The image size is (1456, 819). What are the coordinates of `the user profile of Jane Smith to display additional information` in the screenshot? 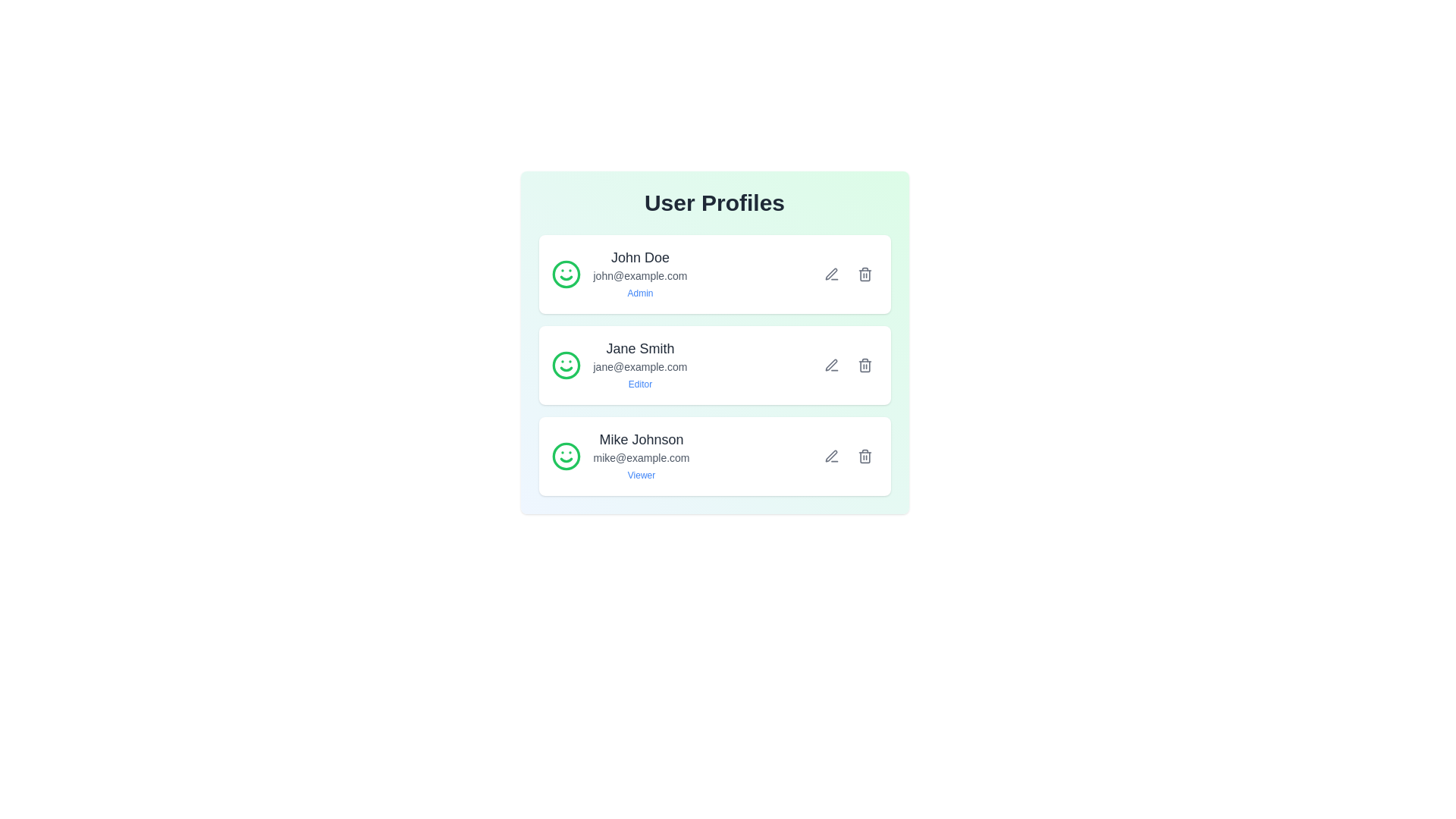 It's located at (619, 366).